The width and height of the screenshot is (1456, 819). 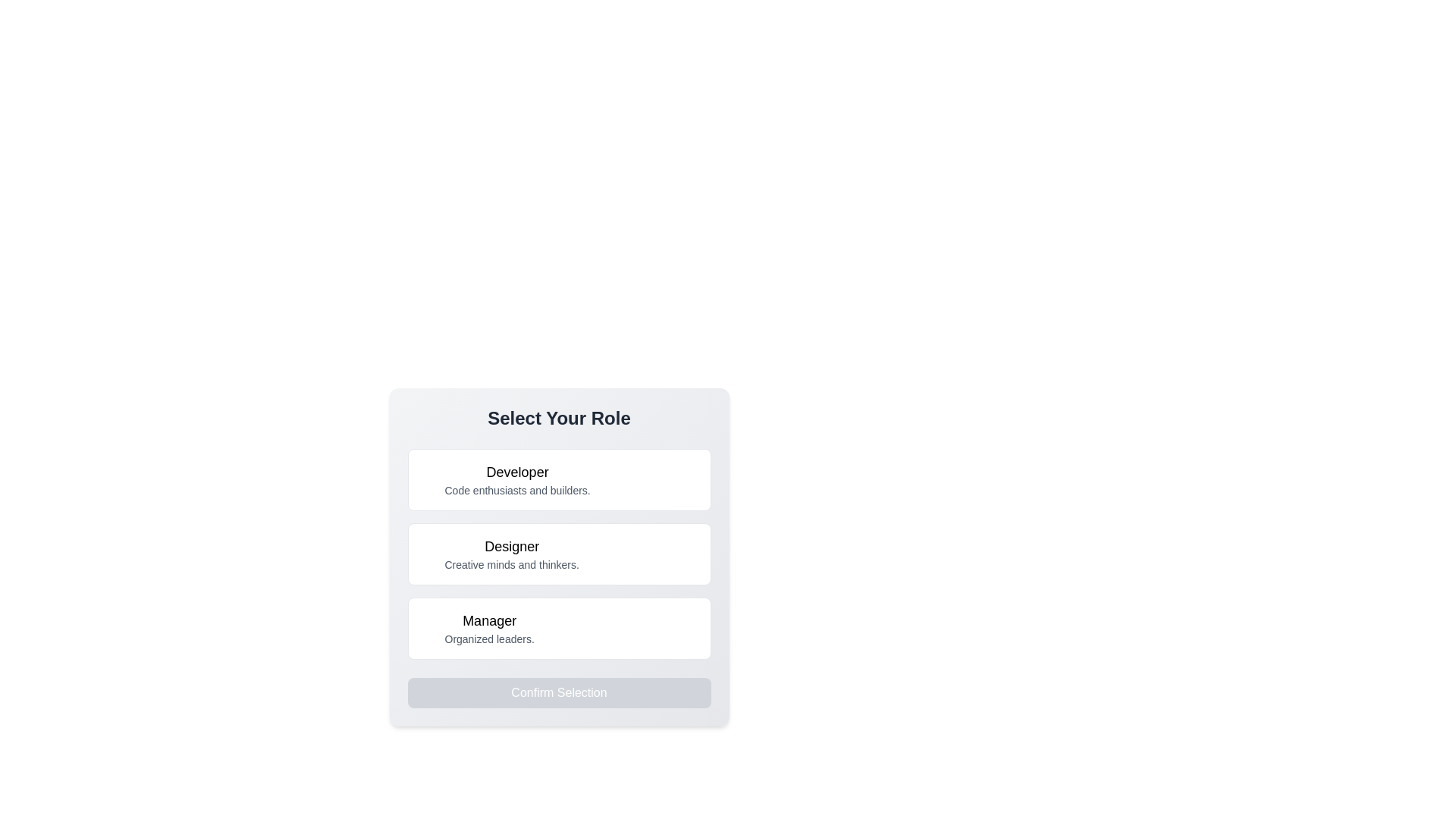 What do you see at coordinates (489, 629) in the screenshot?
I see `the third option in the vertical selection list, which is the 'Manager' role represented by a card with bold text and a clean layout` at bounding box center [489, 629].